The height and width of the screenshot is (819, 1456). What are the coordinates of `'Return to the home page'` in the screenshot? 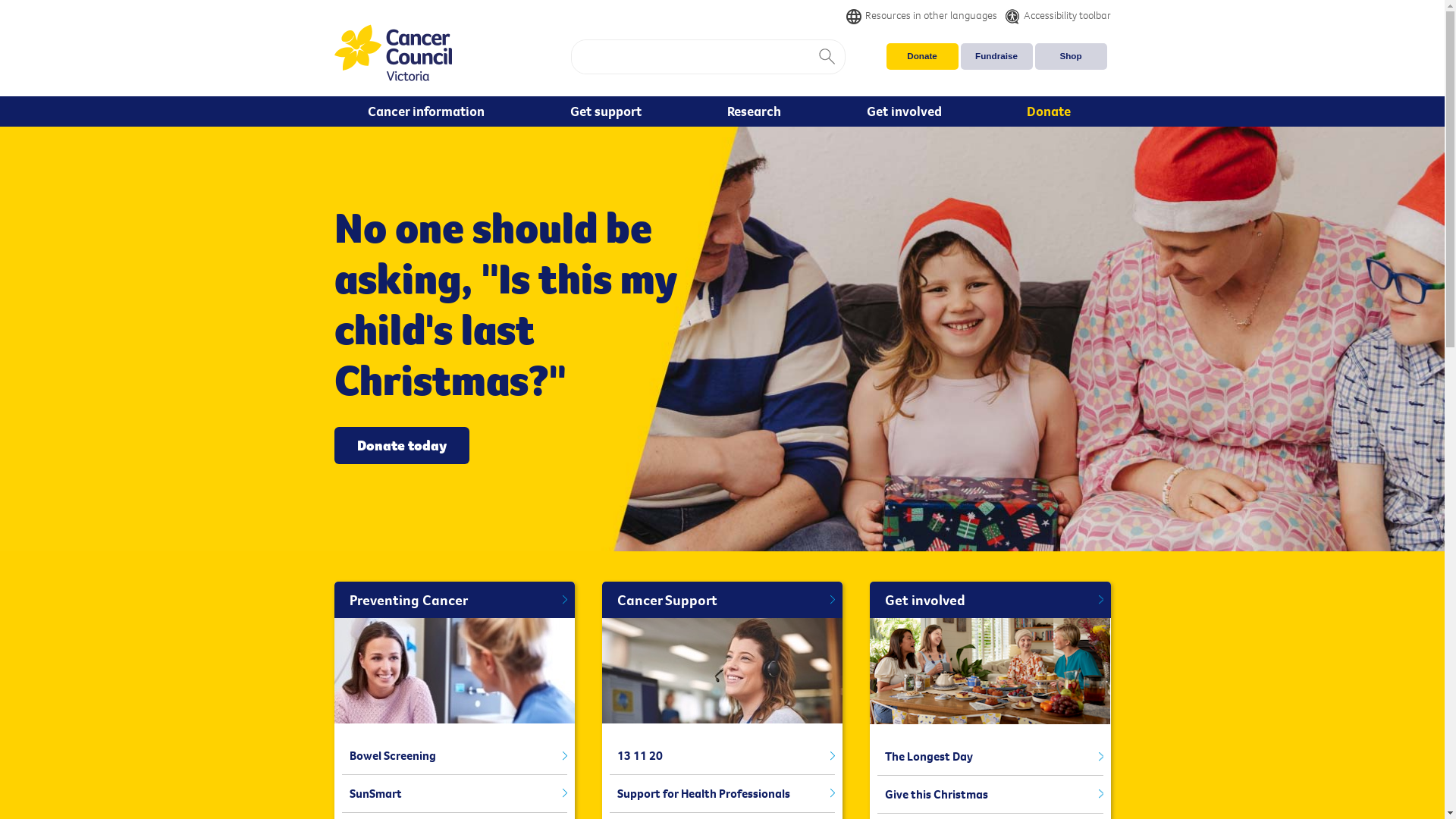 It's located at (392, 53).